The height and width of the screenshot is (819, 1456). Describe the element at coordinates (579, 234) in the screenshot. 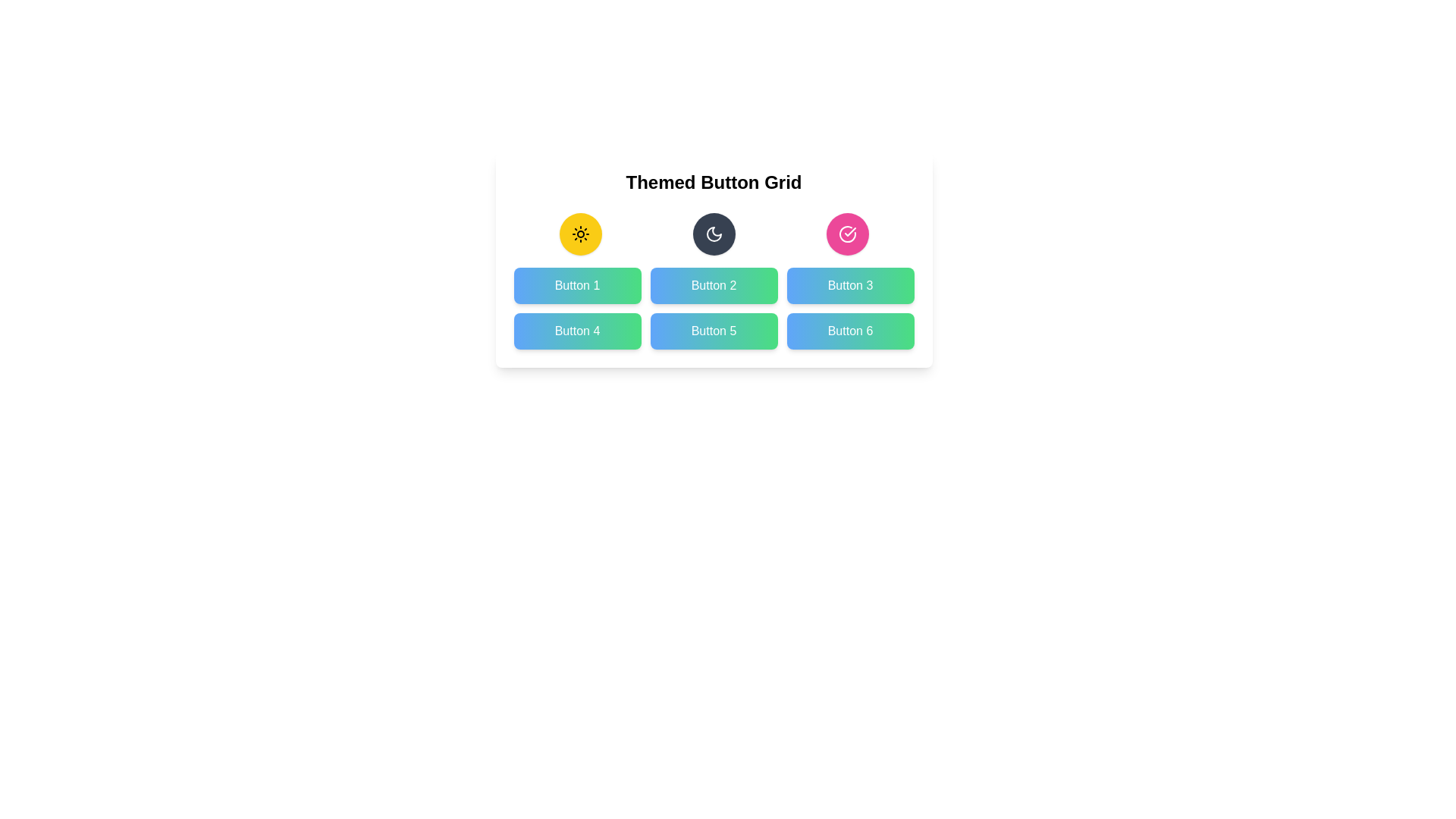

I see `the sun icon button located at the top left of the layout` at that location.